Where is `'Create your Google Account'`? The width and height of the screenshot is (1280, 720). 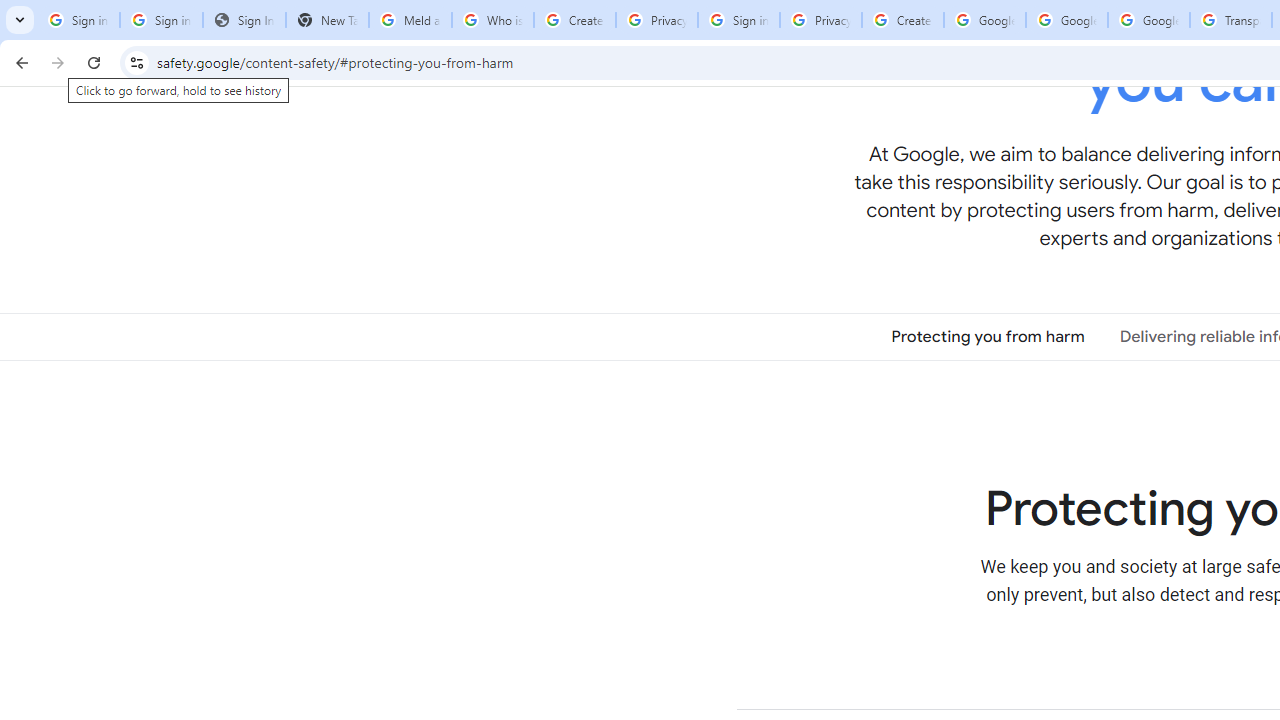 'Create your Google Account' is located at coordinates (902, 20).